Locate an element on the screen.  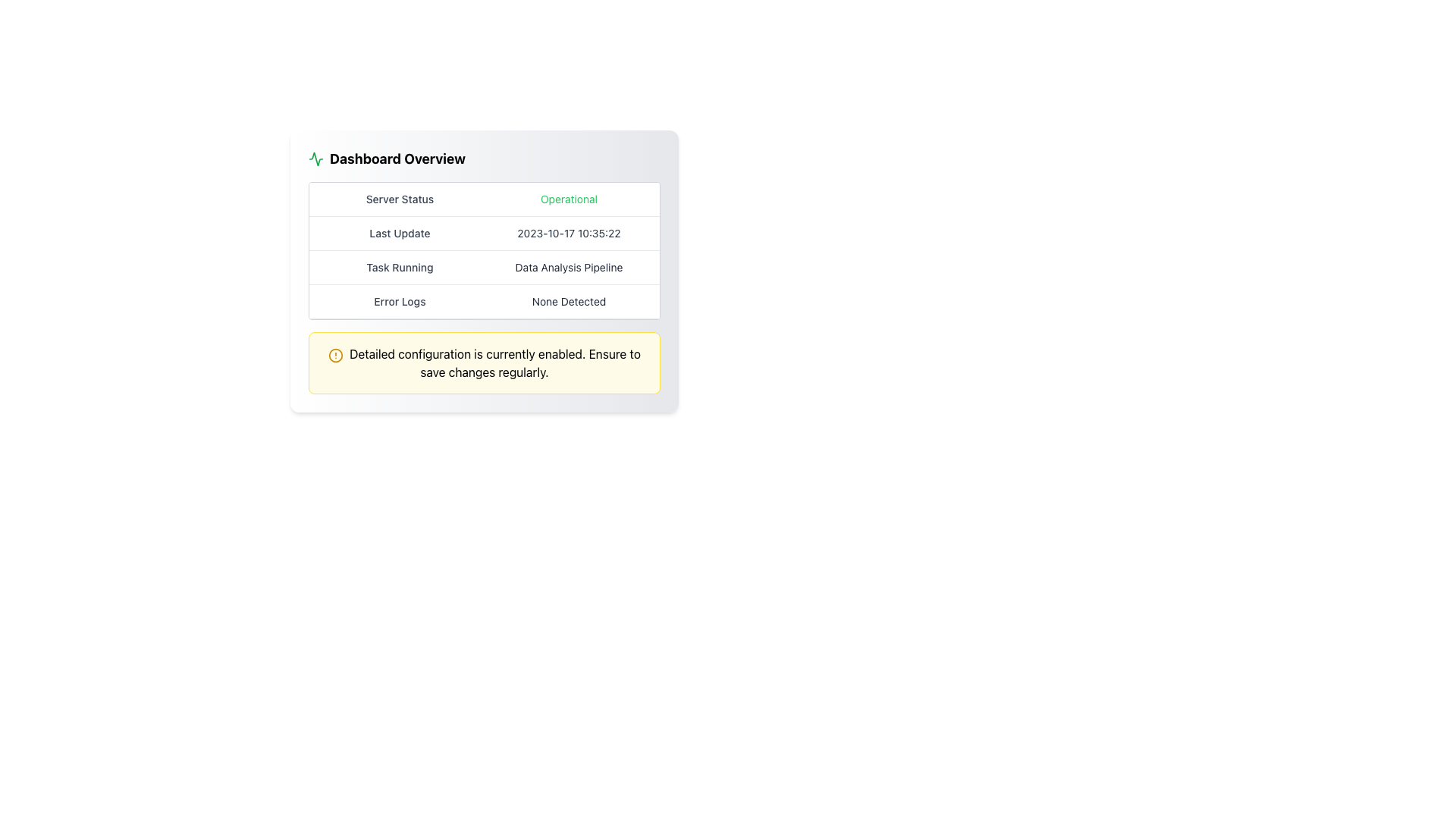
the non-interactive Text Label that displays the server's operational status, located in the second column of the first row within the 'Dashboard Overview' card is located at coordinates (568, 198).